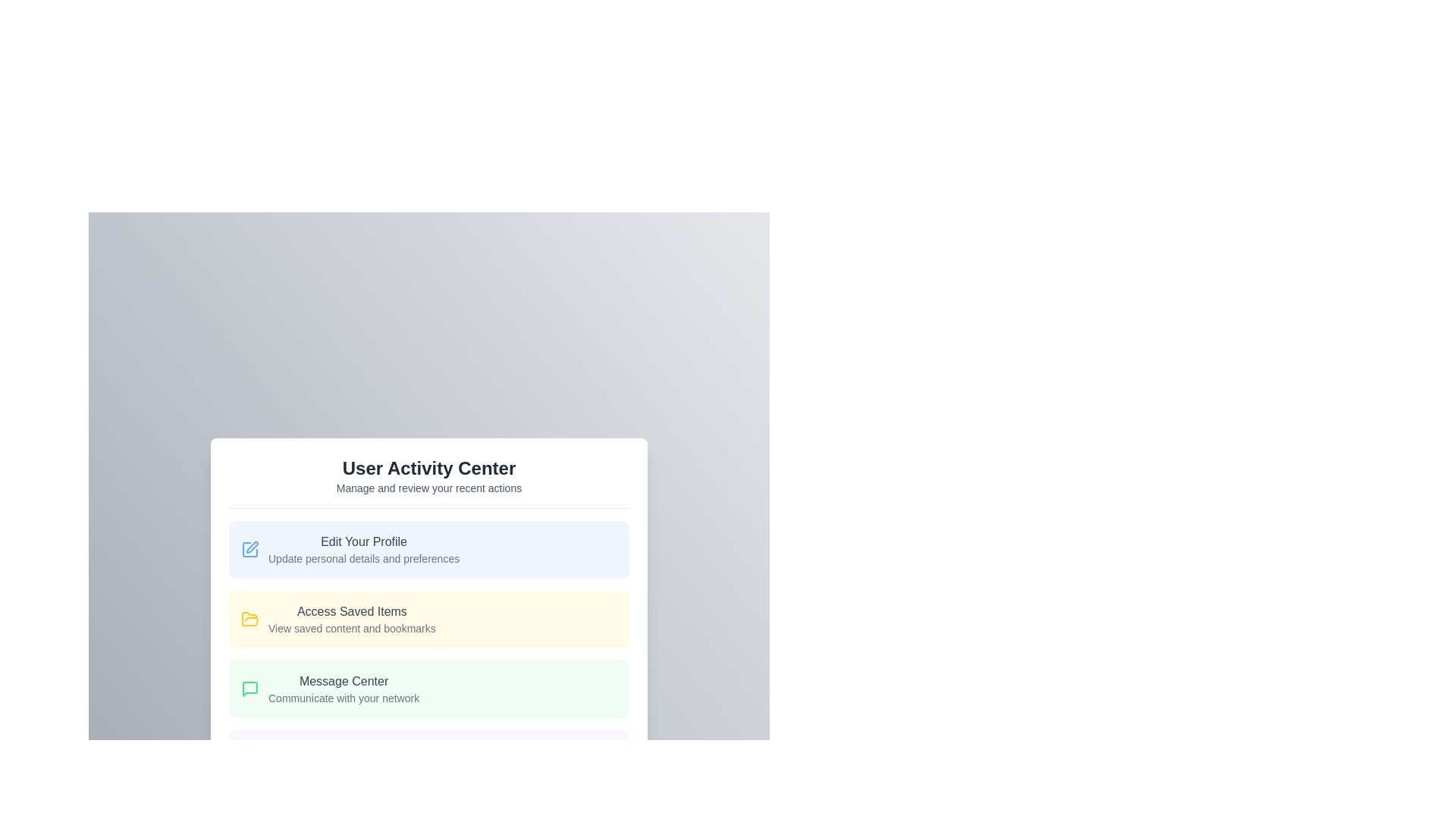 This screenshot has height=819, width=1456. What do you see at coordinates (343, 698) in the screenshot?
I see `the descriptive text label located below 'Message Center' within the green box in the User Activity Center section` at bounding box center [343, 698].